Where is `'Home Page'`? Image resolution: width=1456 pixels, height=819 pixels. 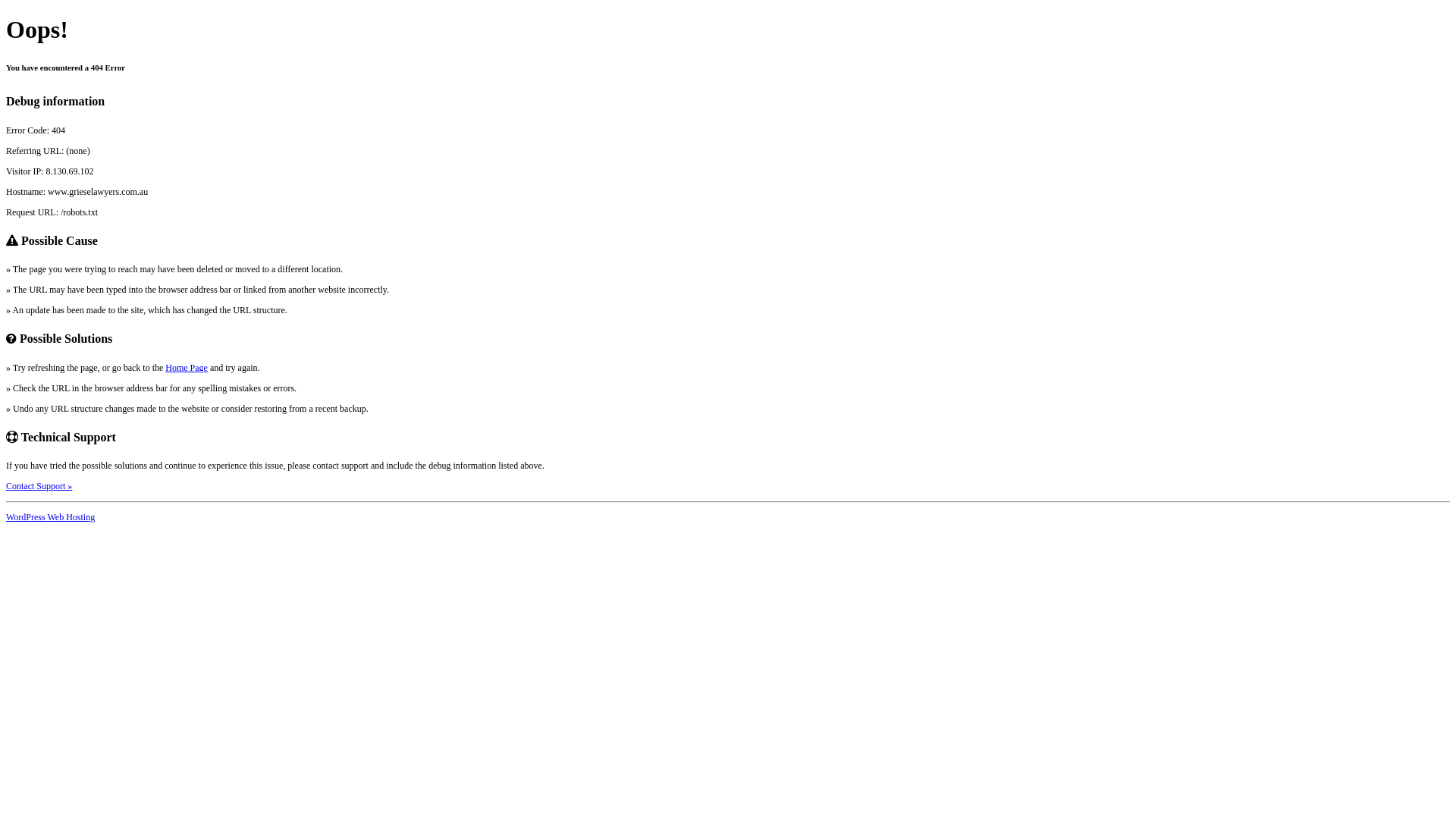 'Home Page' is located at coordinates (185, 368).